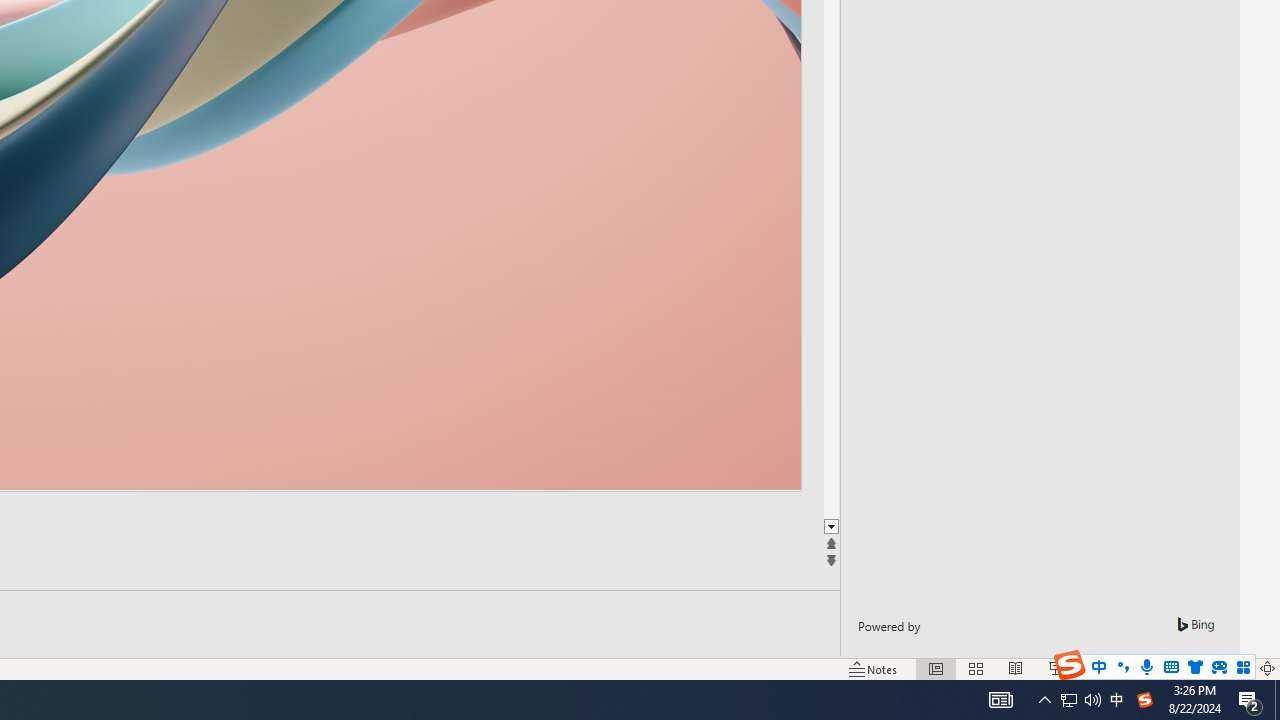 This screenshot has width=1280, height=720. What do you see at coordinates (1233, 669) in the screenshot?
I see `'Zoom 133%'` at bounding box center [1233, 669].